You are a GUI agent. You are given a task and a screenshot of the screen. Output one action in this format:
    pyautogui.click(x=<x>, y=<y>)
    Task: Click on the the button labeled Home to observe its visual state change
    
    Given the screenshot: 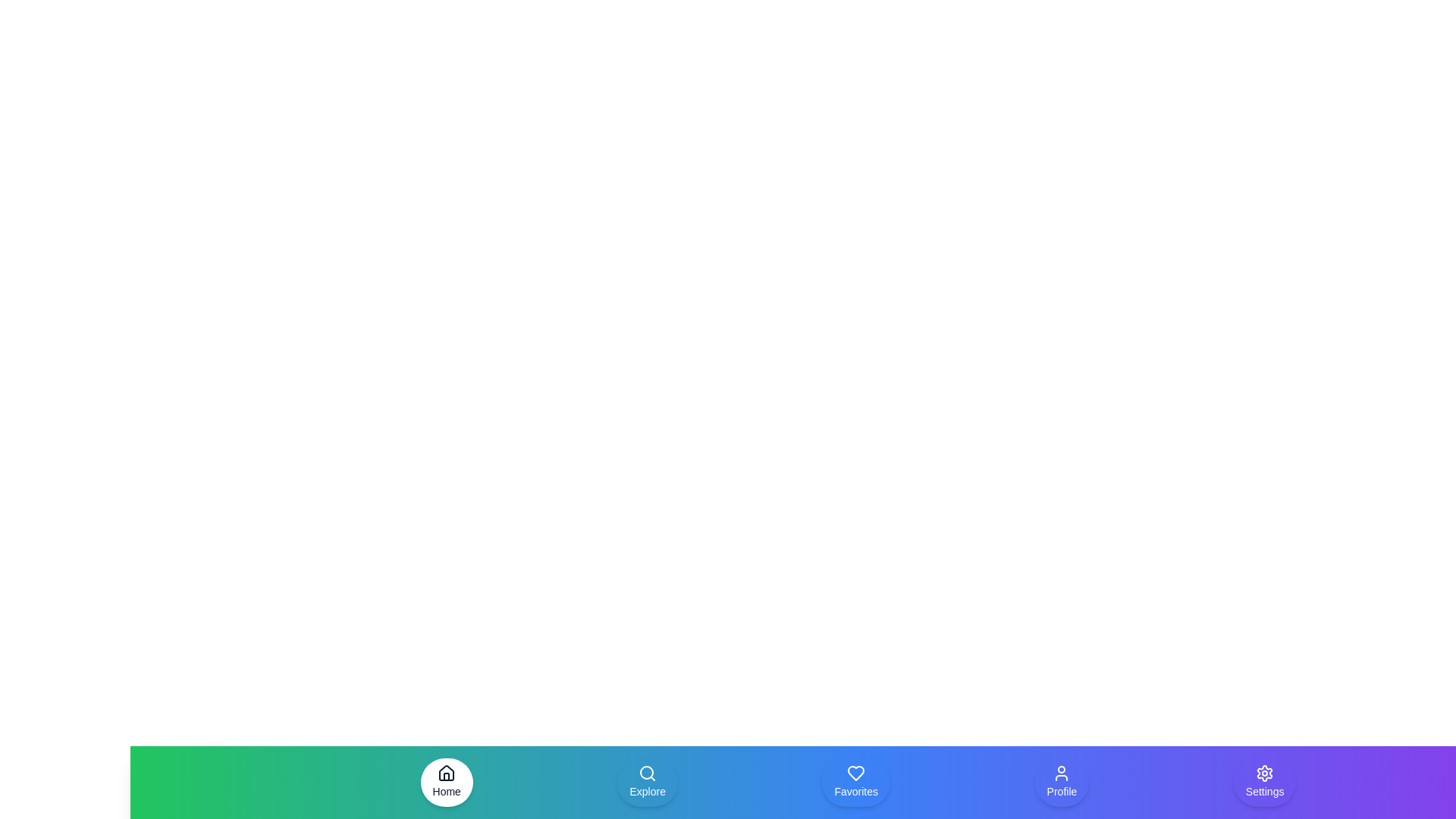 What is the action you would take?
    pyautogui.click(x=446, y=783)
    